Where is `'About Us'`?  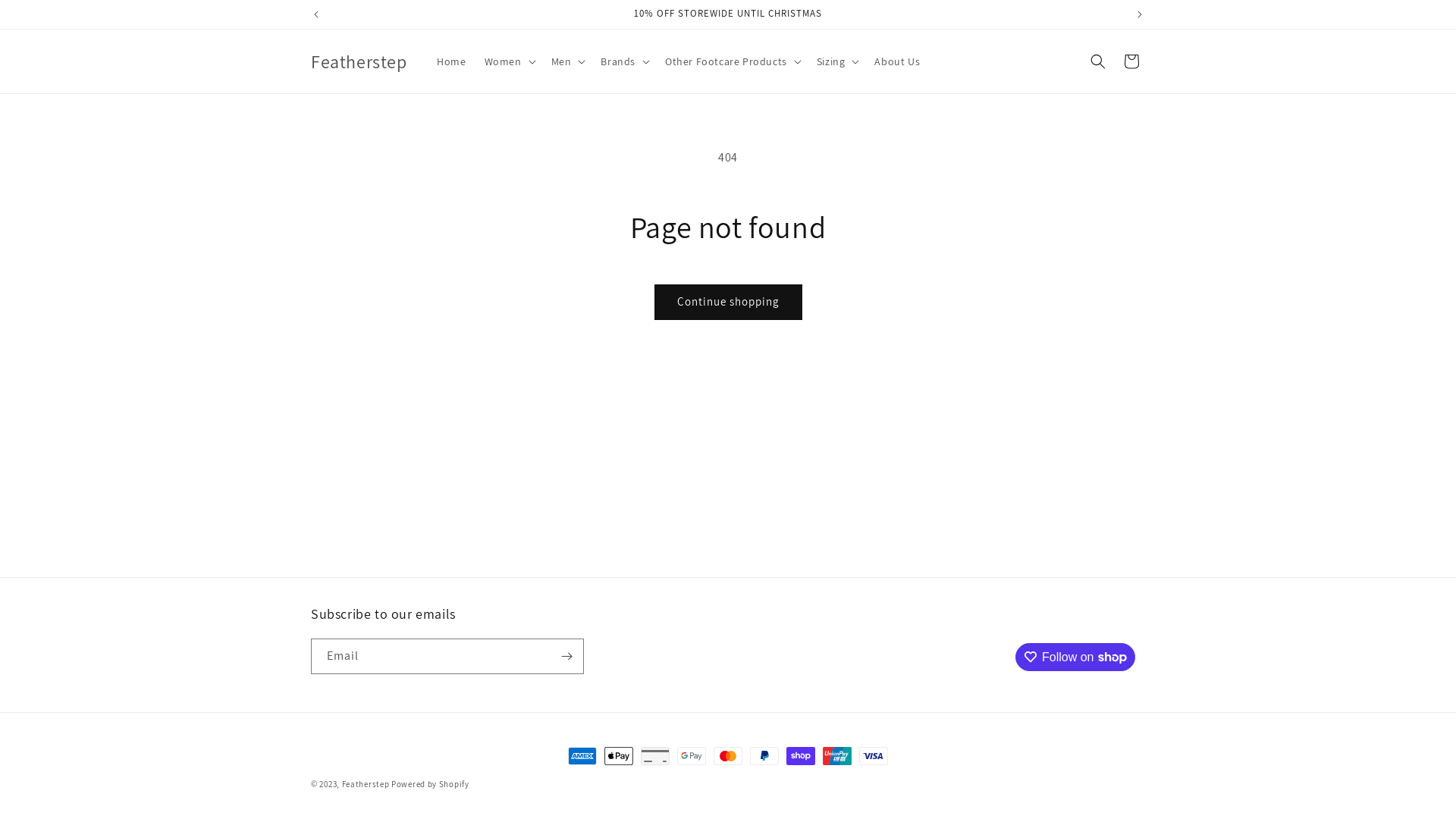 'About Us' is located at coordinates (865, 61).